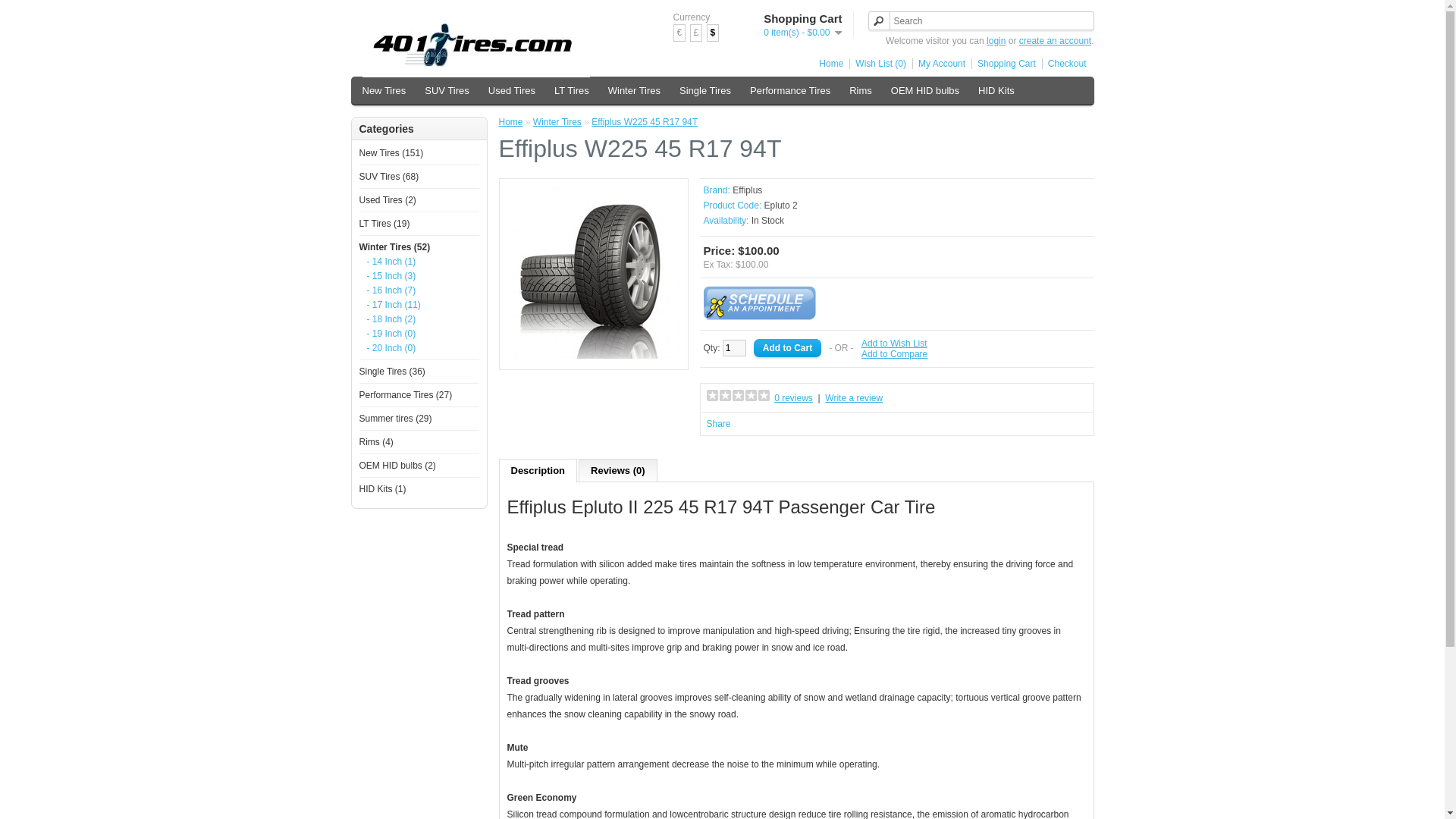  What do you see at coordinates (1003, 63) in the screenshot?
I see `'Shopping Cart'` at bounding box center [1003, 63].